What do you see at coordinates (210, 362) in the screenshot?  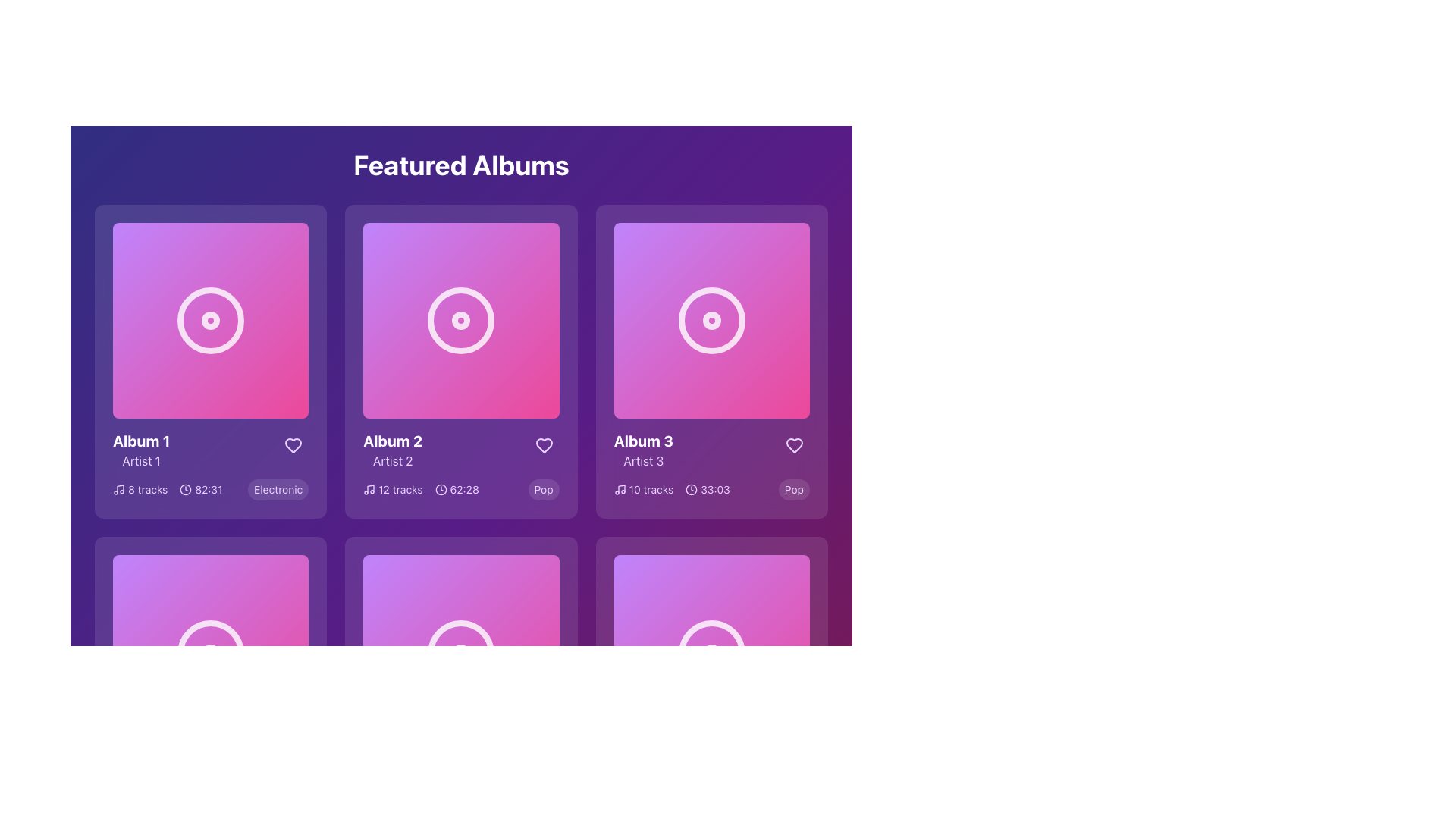 I see `the first album card in the 'Featured Albums' section` at bounding box center [210, 362].